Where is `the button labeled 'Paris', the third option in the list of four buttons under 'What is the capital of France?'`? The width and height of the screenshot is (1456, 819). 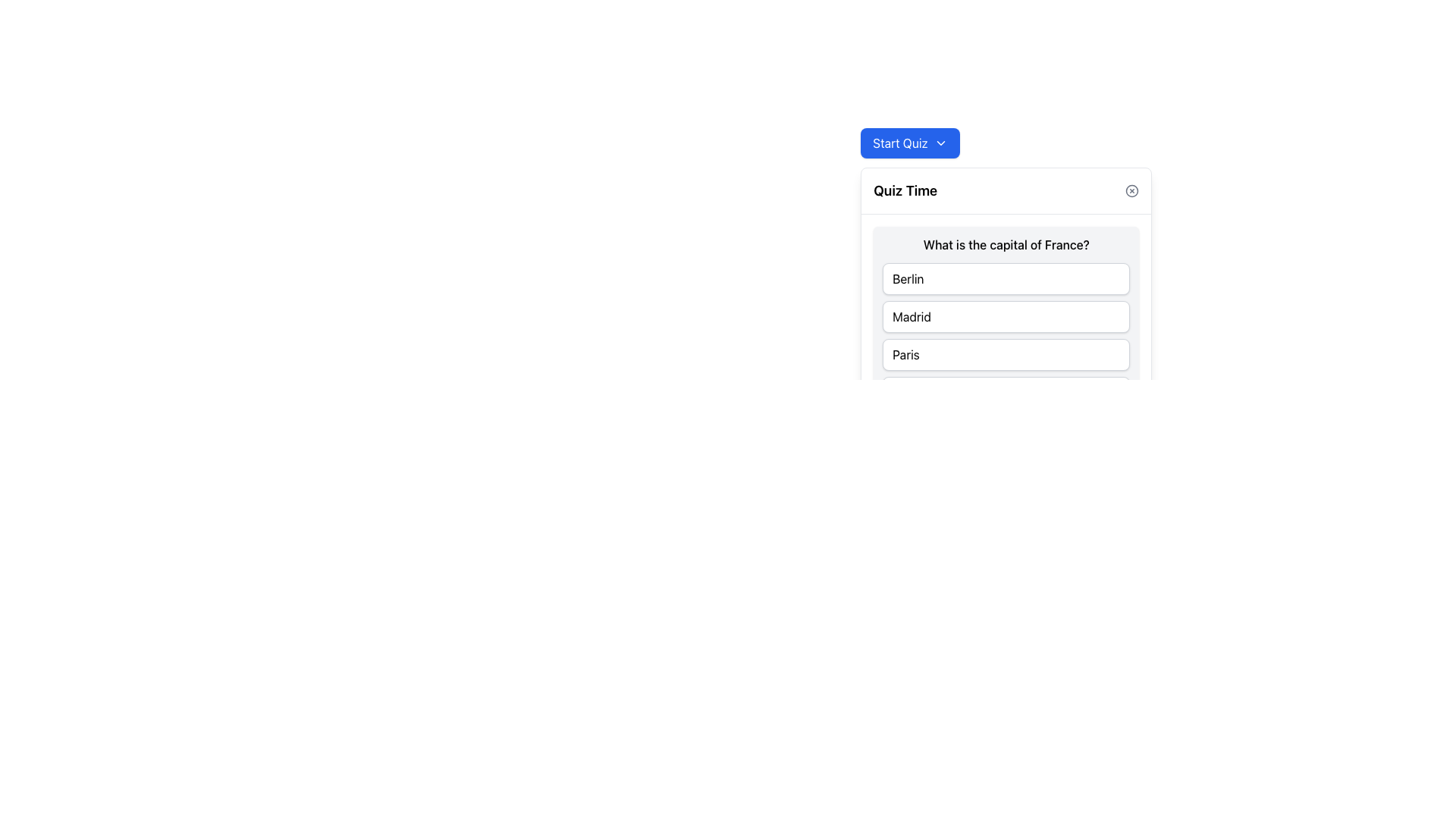 the button labeled 'Paris', the third option in the list of four buttons under 'What is the capital of France?' is located at coordinates (1006, 354).